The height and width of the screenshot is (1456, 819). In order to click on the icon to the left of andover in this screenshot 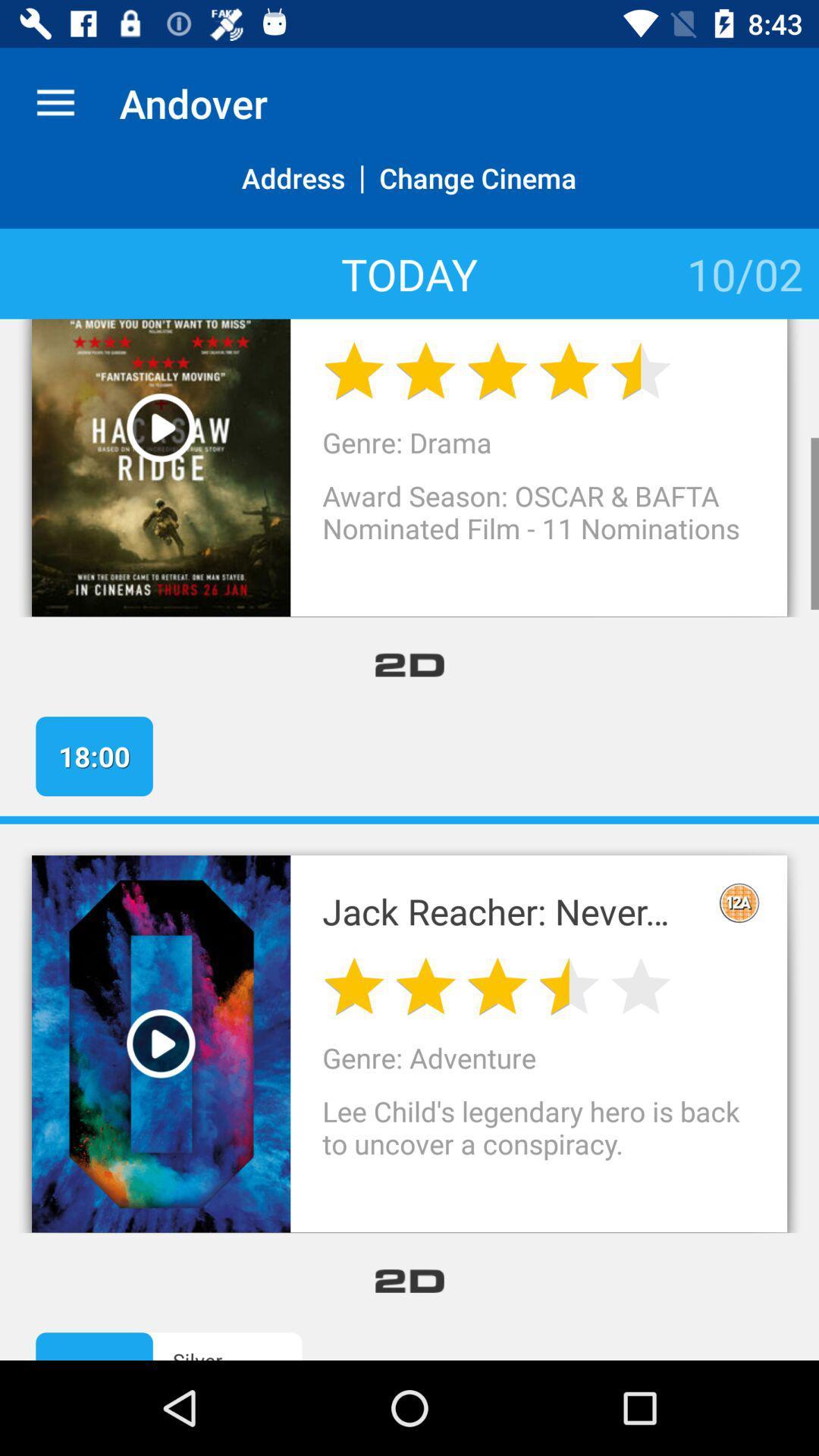, I will do `click(55, 102)`.